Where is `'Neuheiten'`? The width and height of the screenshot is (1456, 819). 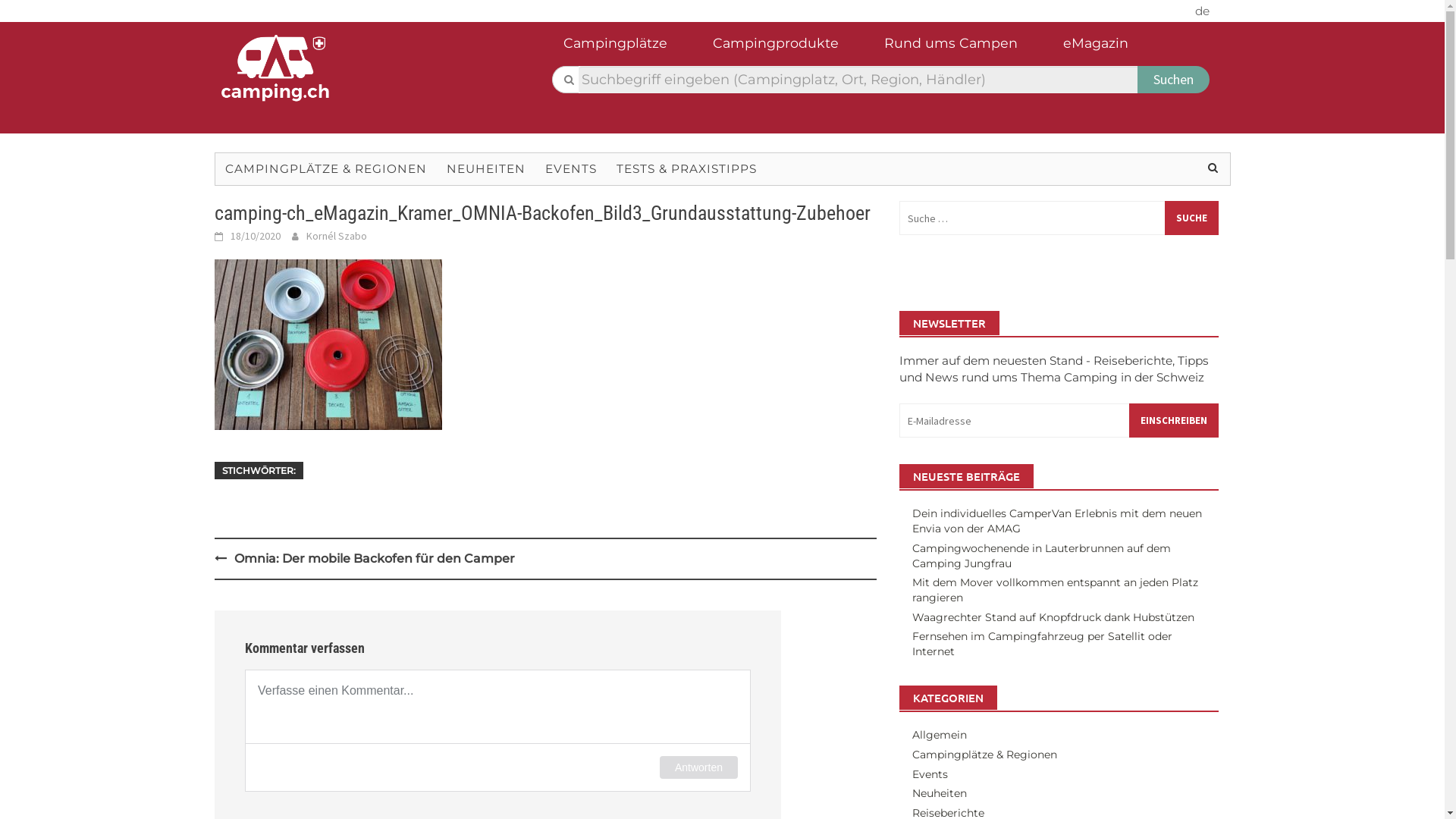
'Neuheiten' is located at coordinates (912, 792).